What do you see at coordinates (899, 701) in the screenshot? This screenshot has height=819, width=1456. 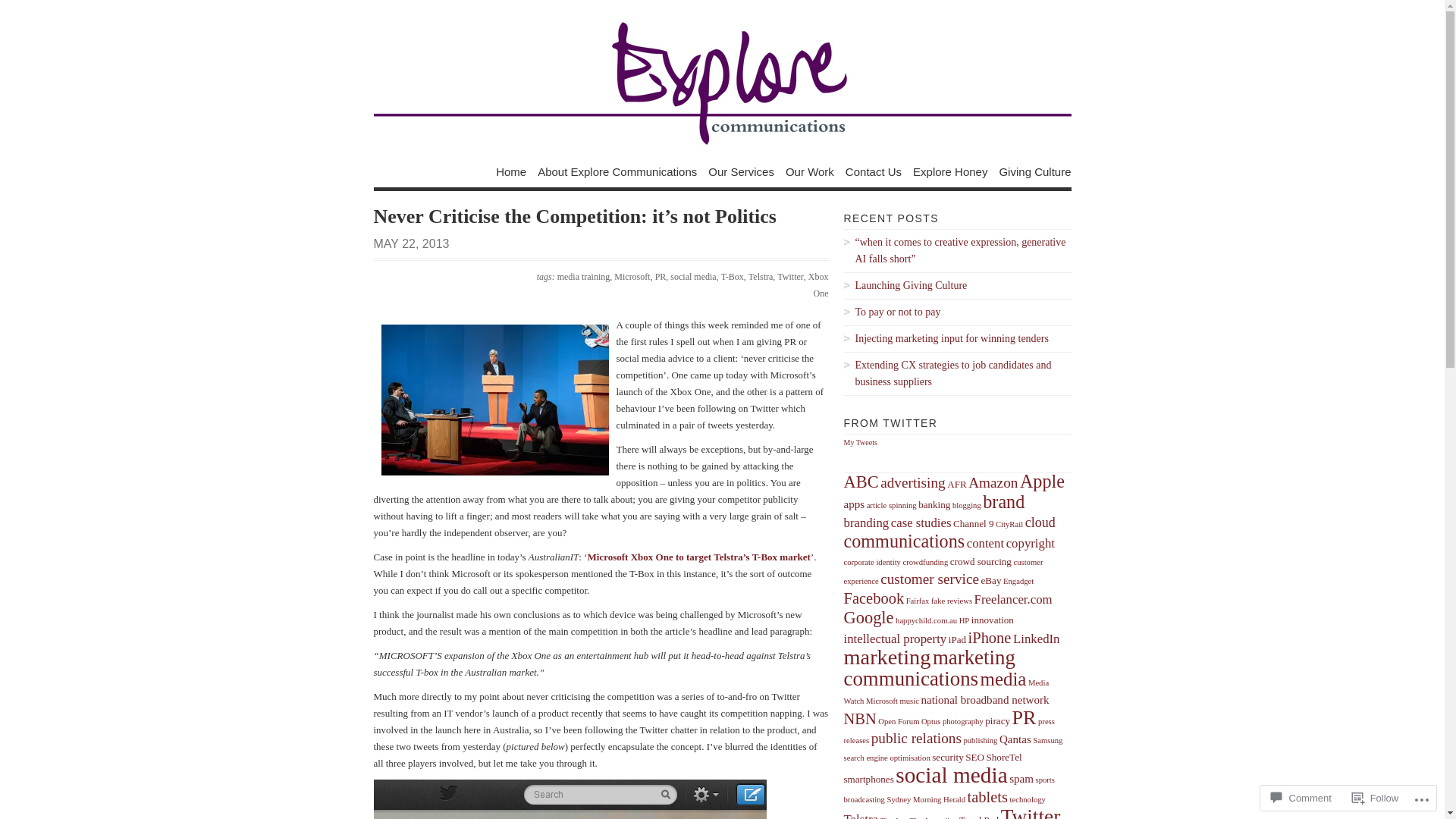 I see `'music'` at bounding box center [899, 701].